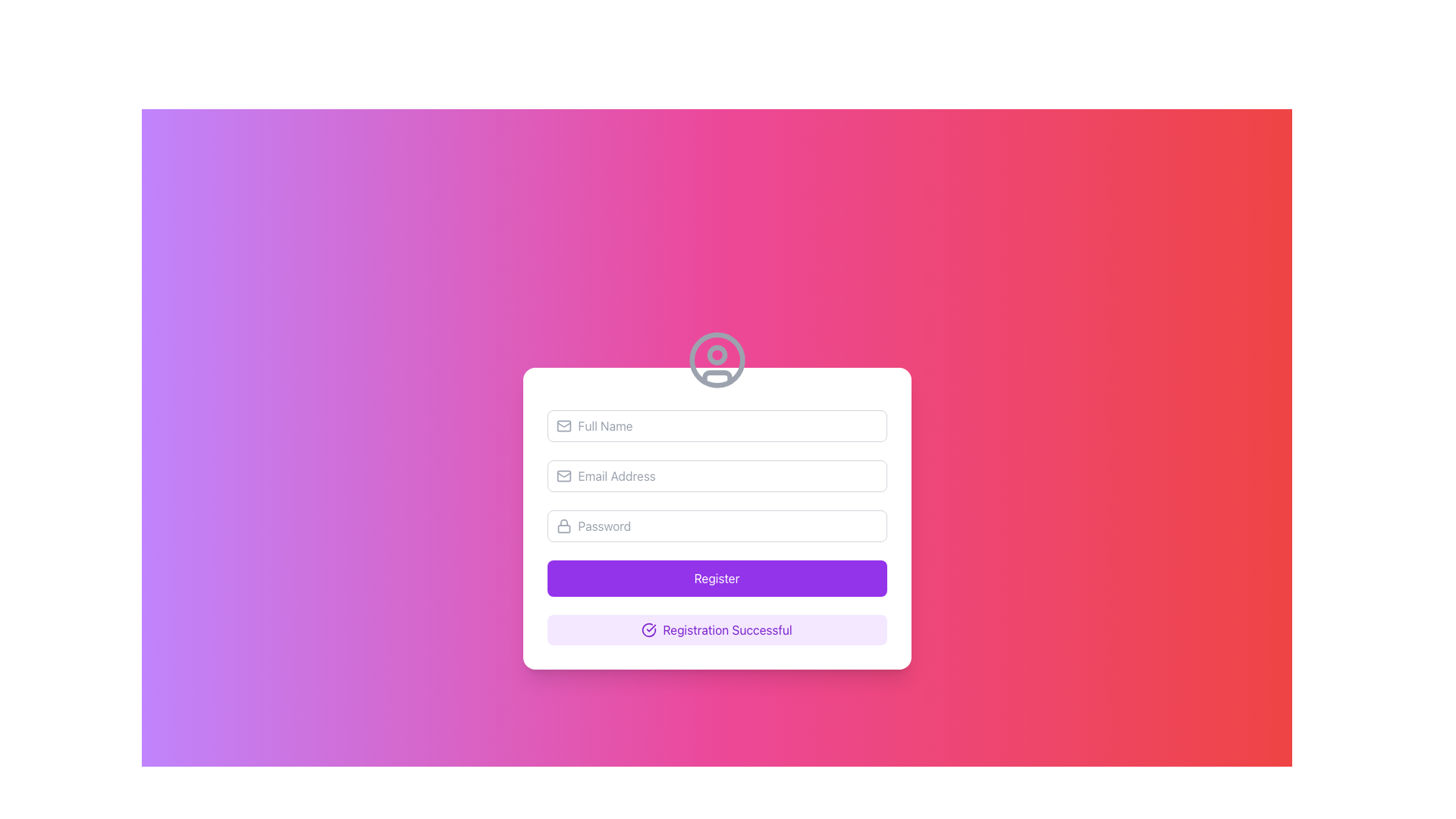 The image size is (1456, 819). What do you see at coordinates (563, 526) in the screenshot?
I see `the lock icon located at the left edge of the password input field to interact with it` at bounding box center [563, 526].